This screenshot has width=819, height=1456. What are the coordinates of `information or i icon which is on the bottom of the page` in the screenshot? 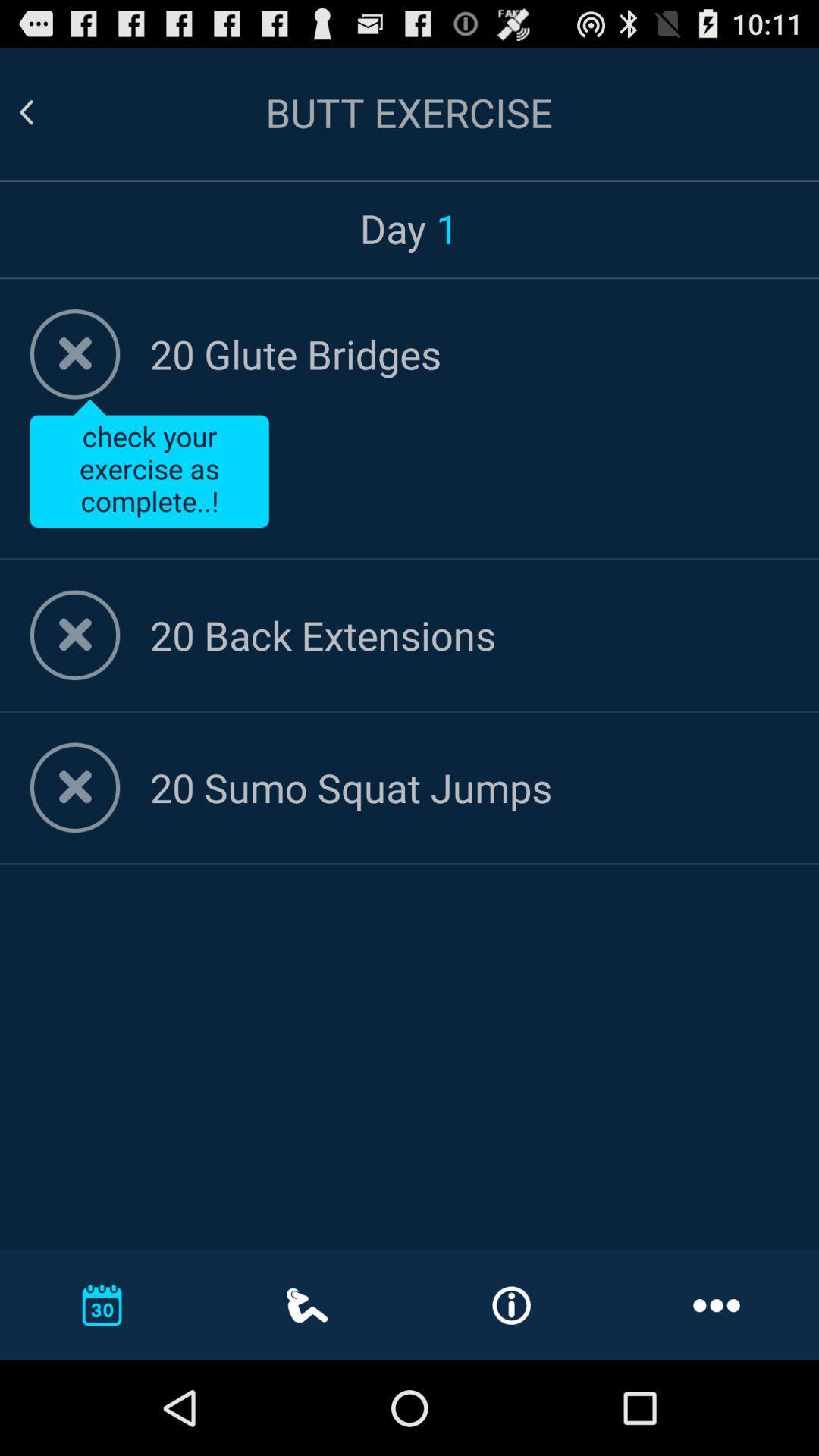 It's located at (512, 1305).